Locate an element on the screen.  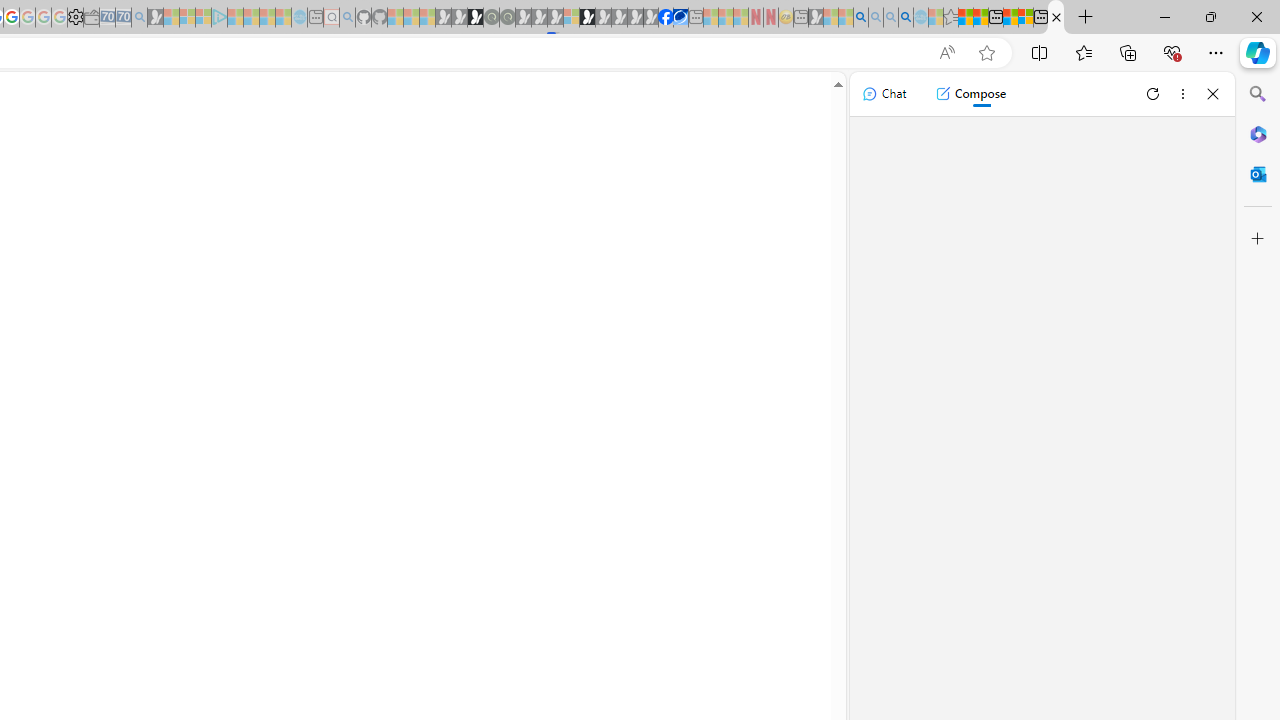
'Nordace | Facebook' is located at coordinates (666, 17).